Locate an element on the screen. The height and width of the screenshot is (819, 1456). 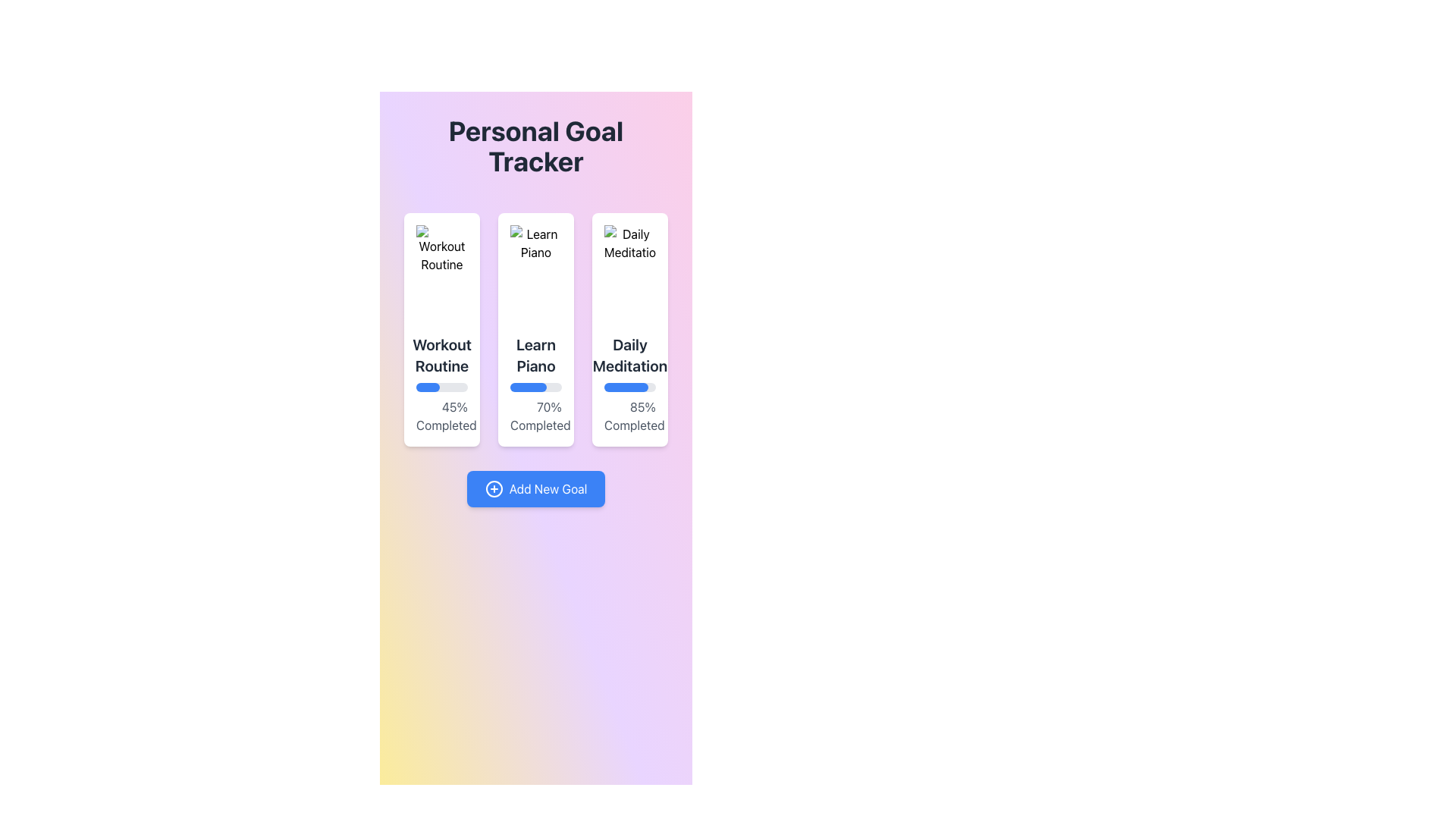
the Static Text Display indicating the progress percentage of the 'Workout Routine' task, located at the bottom-right corner of the 'Workout Routine' card beneath the progress bar is located at coordinates (441, 416).